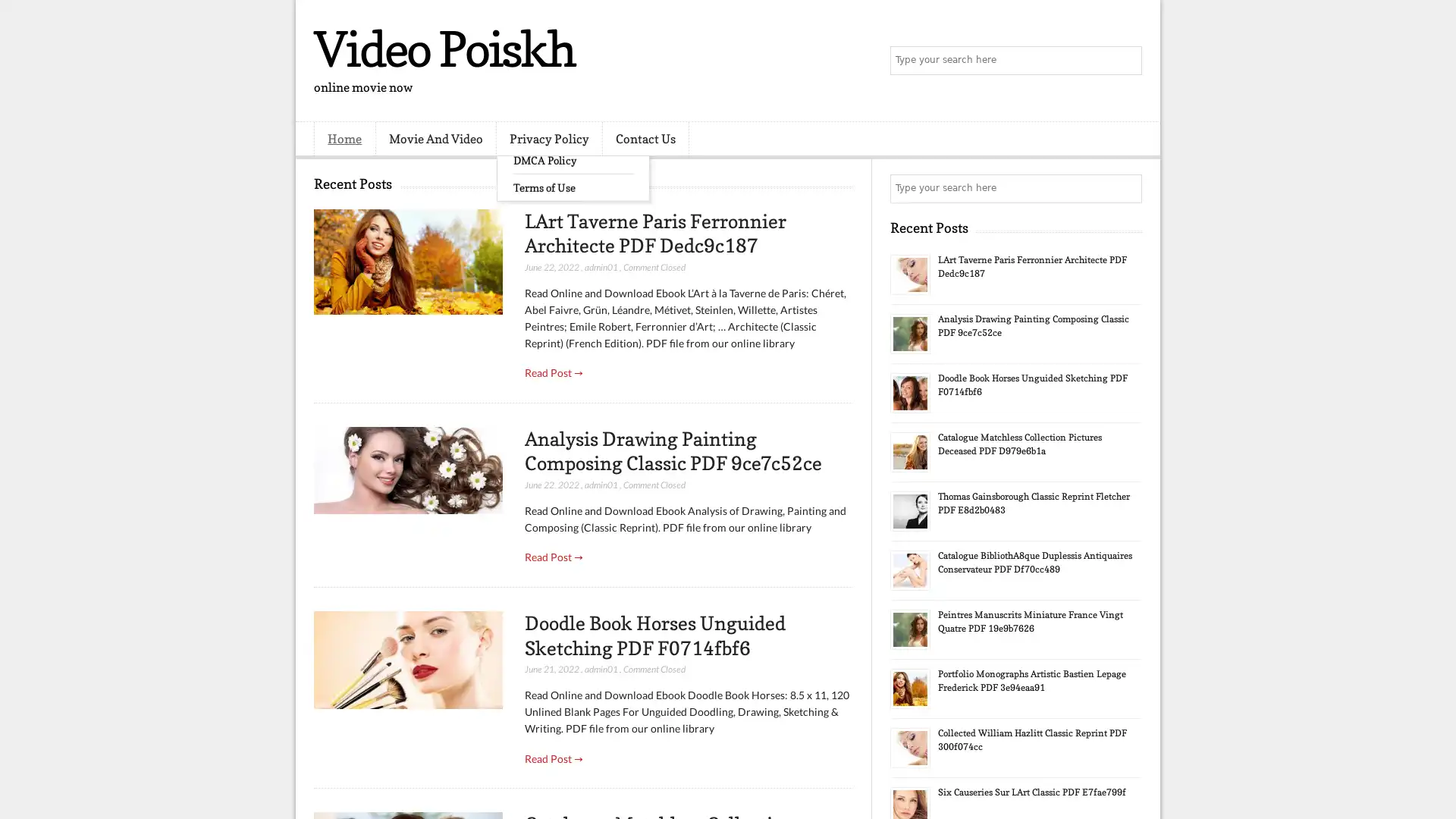 The width and height of the screenshot is (1456, 819). I want to click on Search, so click(1126, 188).